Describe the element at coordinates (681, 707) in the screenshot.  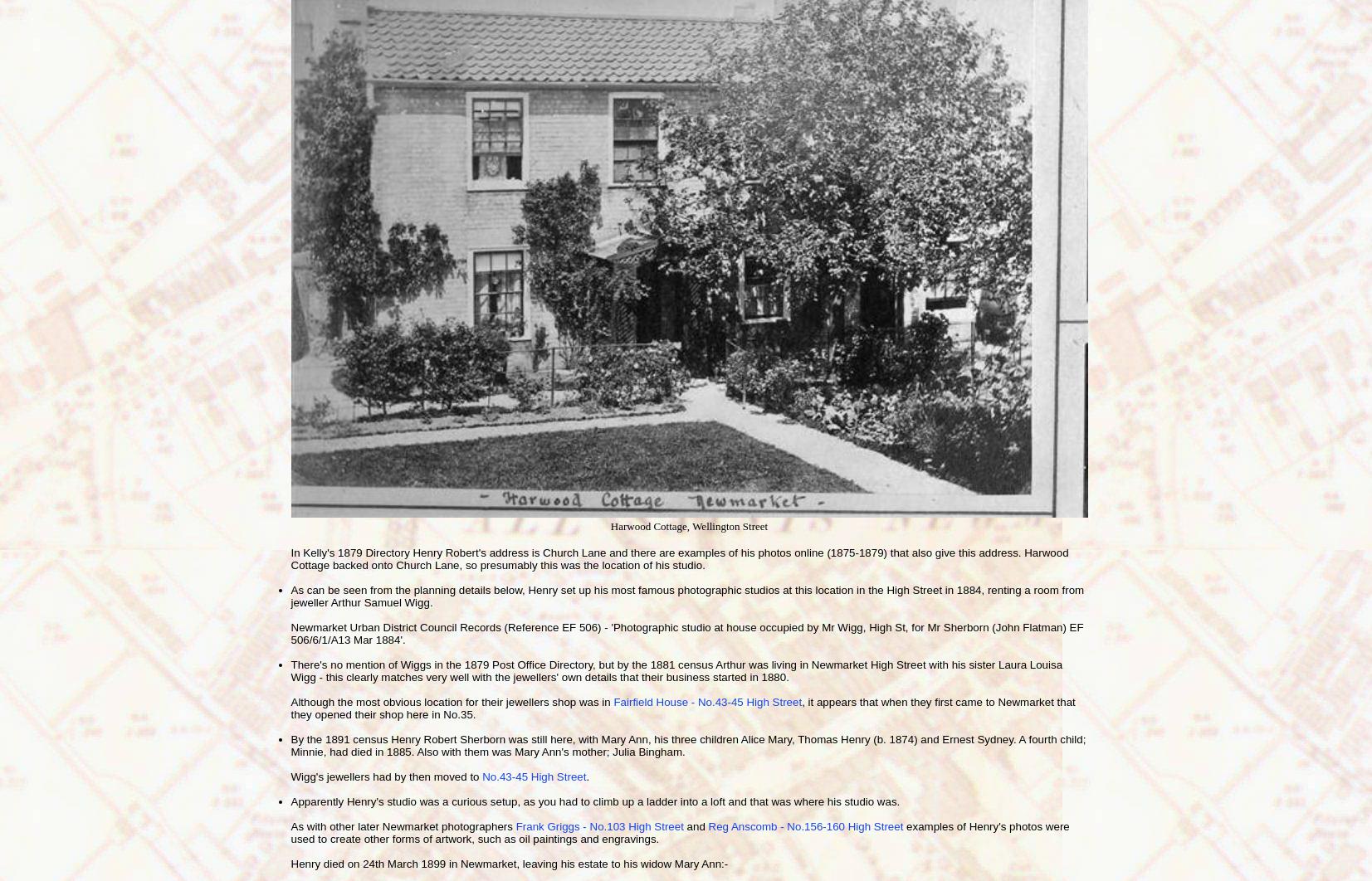
I see `', it appears that when they first came to  
              Newmarket that they opened their shop here in No.35.'` at that location.